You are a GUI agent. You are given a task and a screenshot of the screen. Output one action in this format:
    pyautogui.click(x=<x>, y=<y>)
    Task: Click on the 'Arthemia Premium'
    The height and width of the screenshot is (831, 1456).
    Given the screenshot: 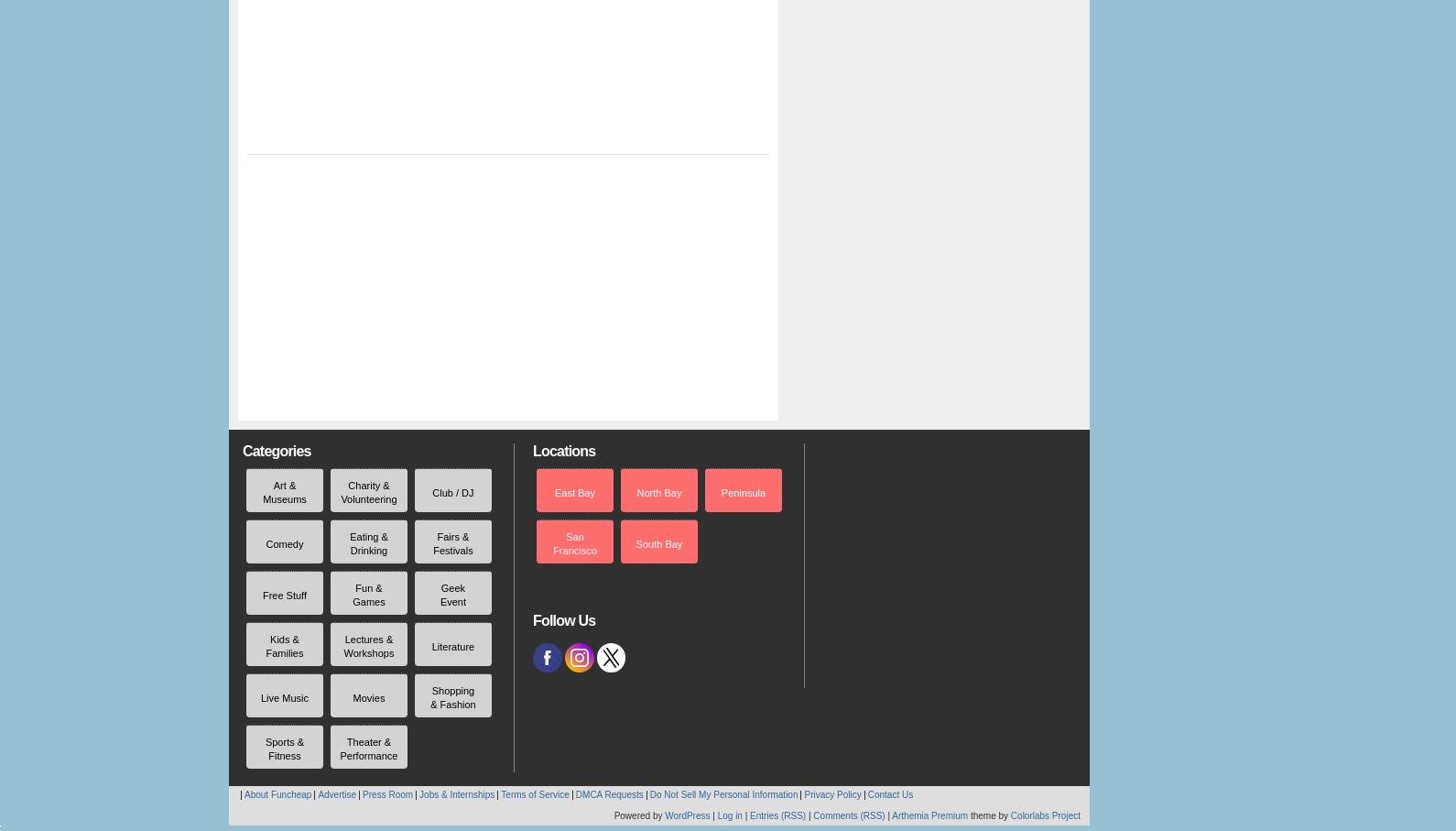 What is the action you would take?
    pyautogui.click(x=891, y=815)
    